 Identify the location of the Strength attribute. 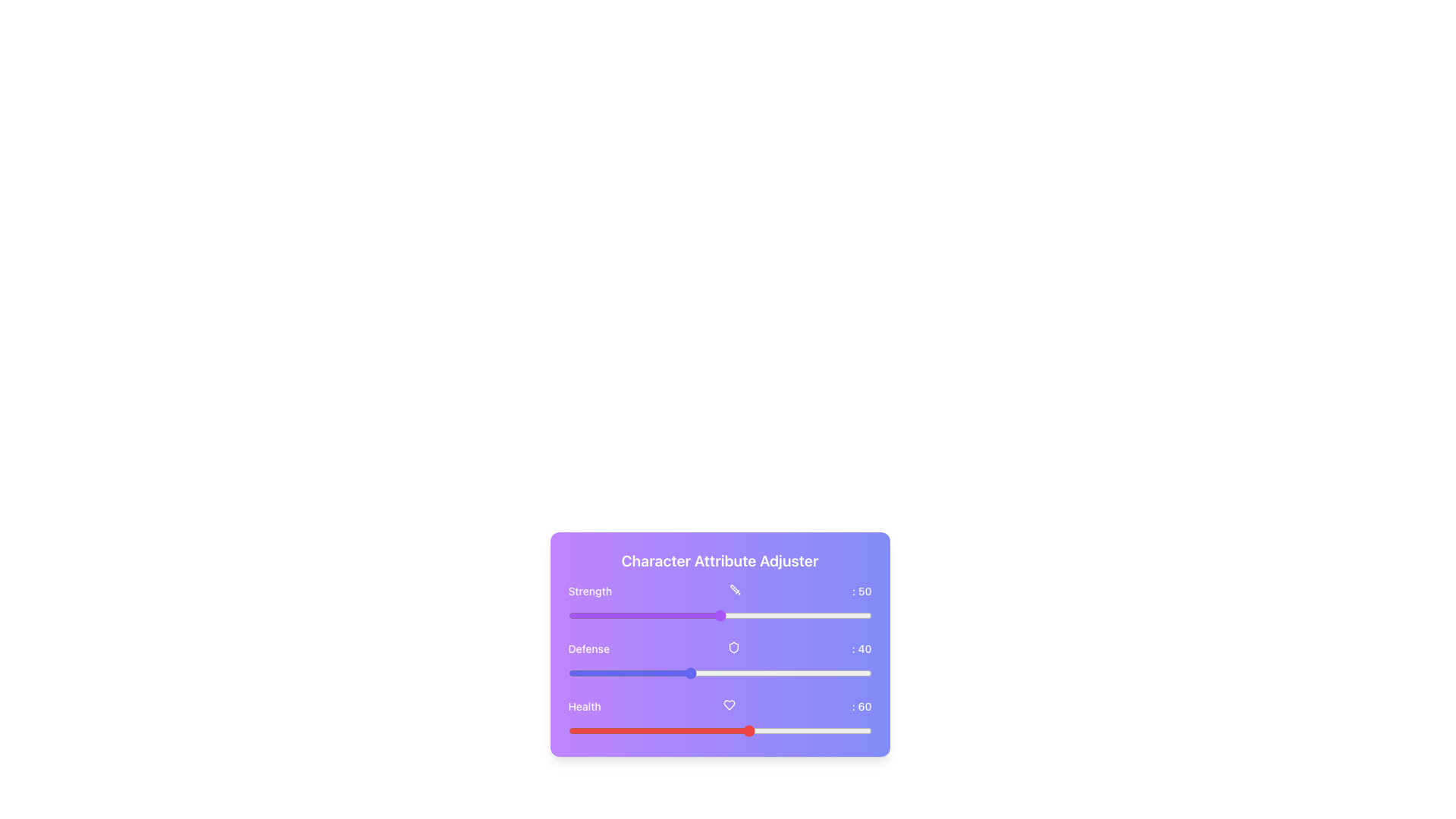
(613, 616).